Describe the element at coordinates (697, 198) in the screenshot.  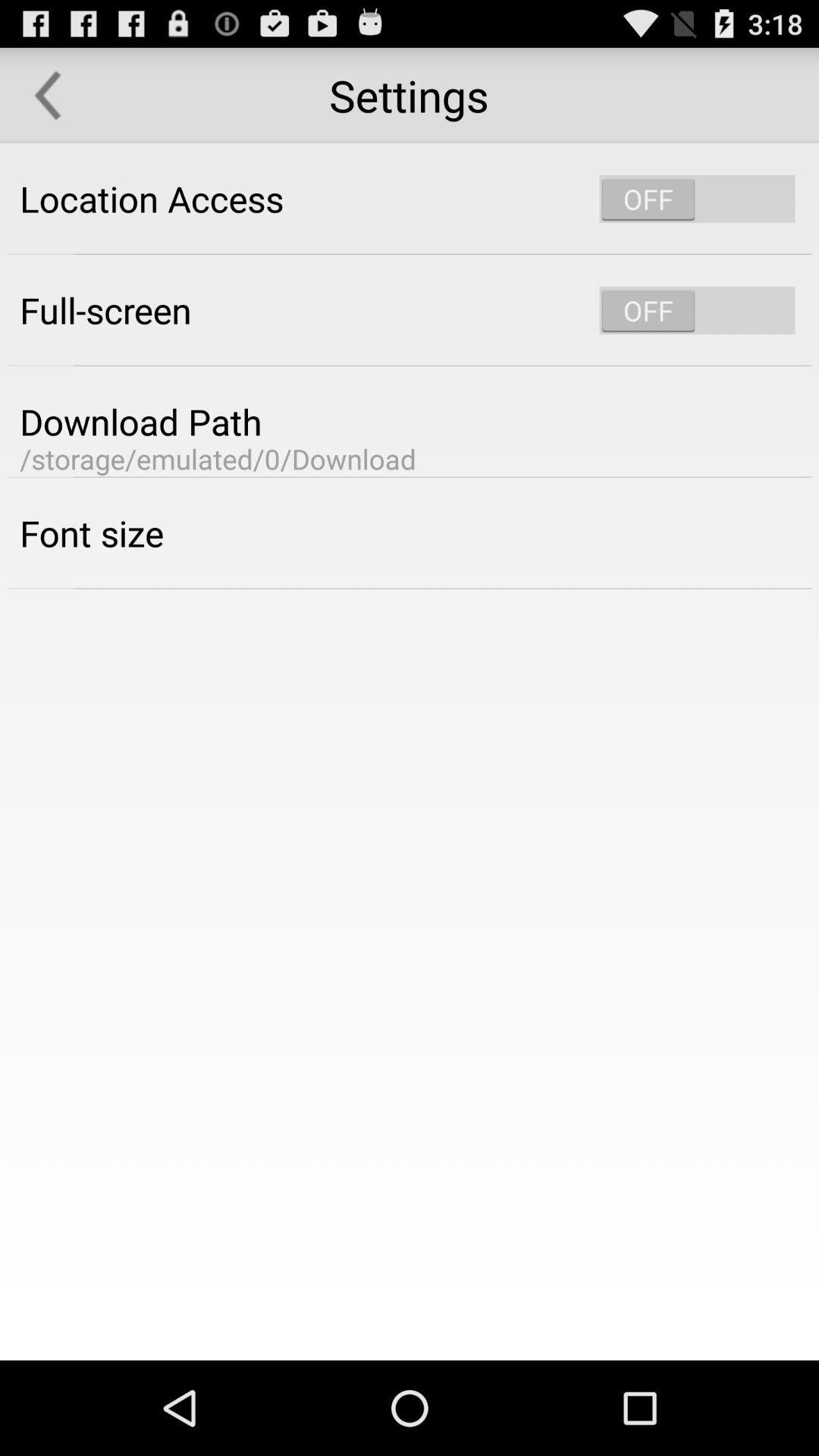
I see `location activation slider` at that location.